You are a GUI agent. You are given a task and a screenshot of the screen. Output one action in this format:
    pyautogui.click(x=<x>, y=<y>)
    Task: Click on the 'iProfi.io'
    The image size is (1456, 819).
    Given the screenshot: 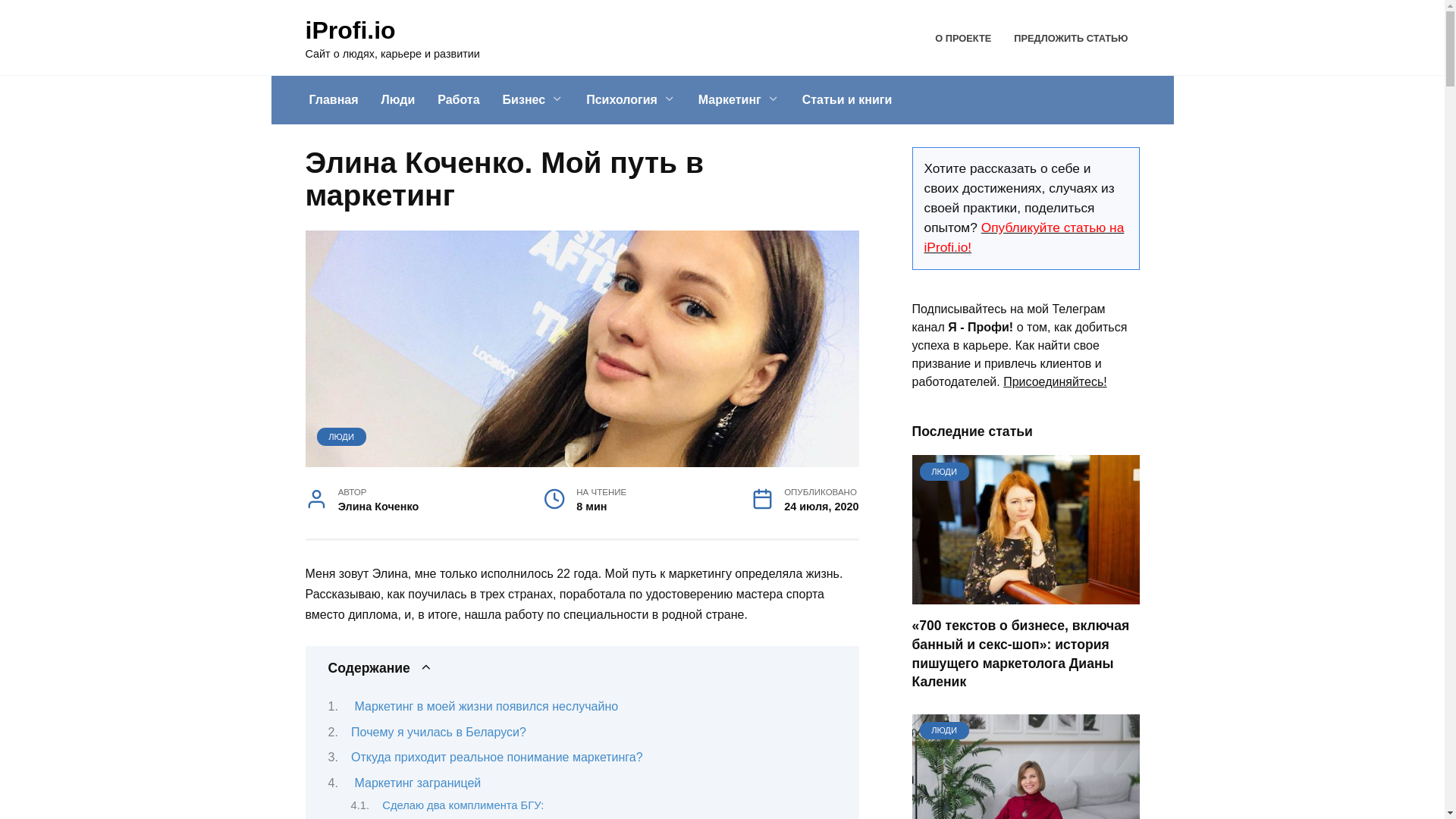 What is the action you would take?
    pyautogui.click(x=349, y=30)
    